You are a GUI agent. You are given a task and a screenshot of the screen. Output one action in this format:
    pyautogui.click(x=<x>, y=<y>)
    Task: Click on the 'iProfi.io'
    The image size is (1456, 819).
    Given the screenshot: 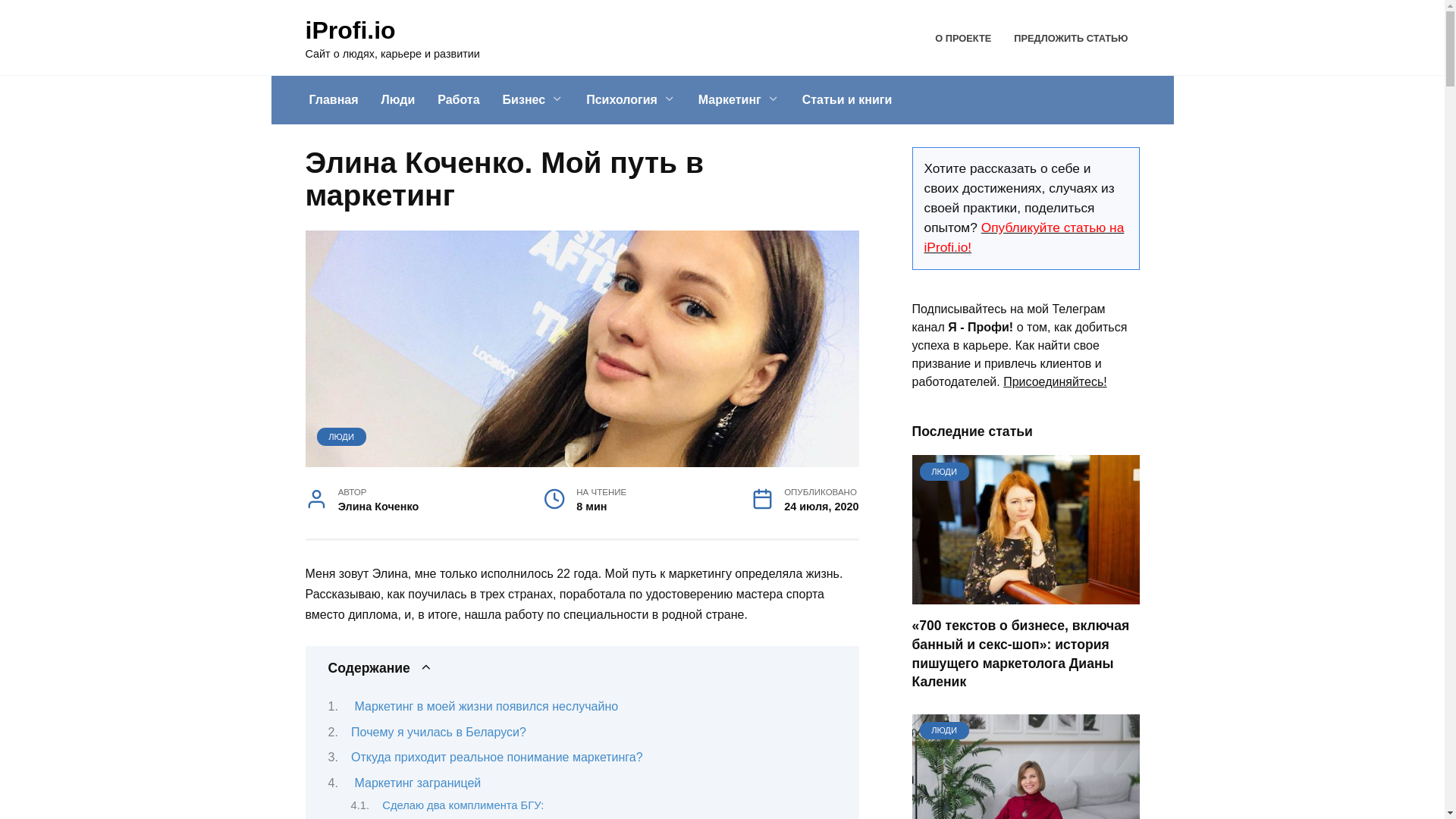 What is the action you would take?
    pyautogui.click(x=349, y=30)
    